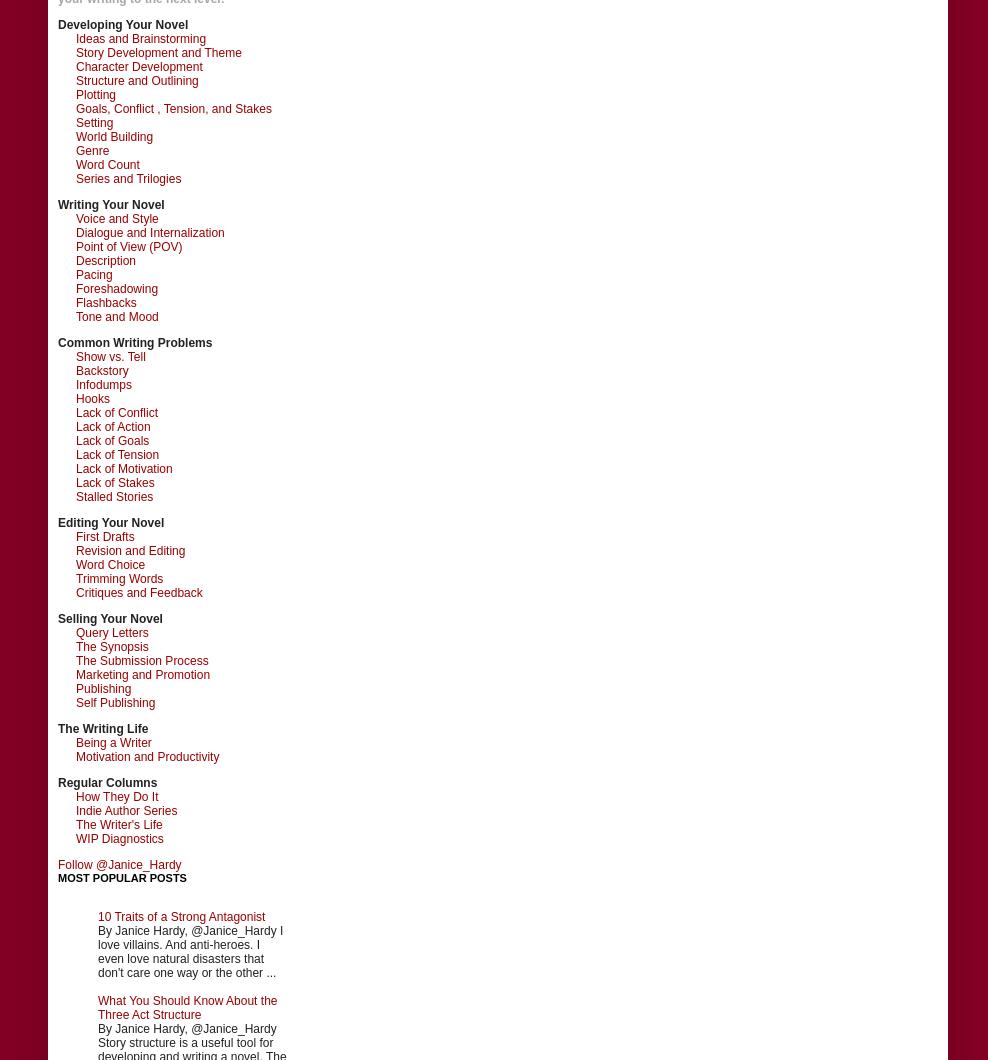 The width and height of the screenshot is (988, 1060). Describe the element at coordinates (146, 754) in the screenshot. I see `'Motivation and Productivity'` at that location.